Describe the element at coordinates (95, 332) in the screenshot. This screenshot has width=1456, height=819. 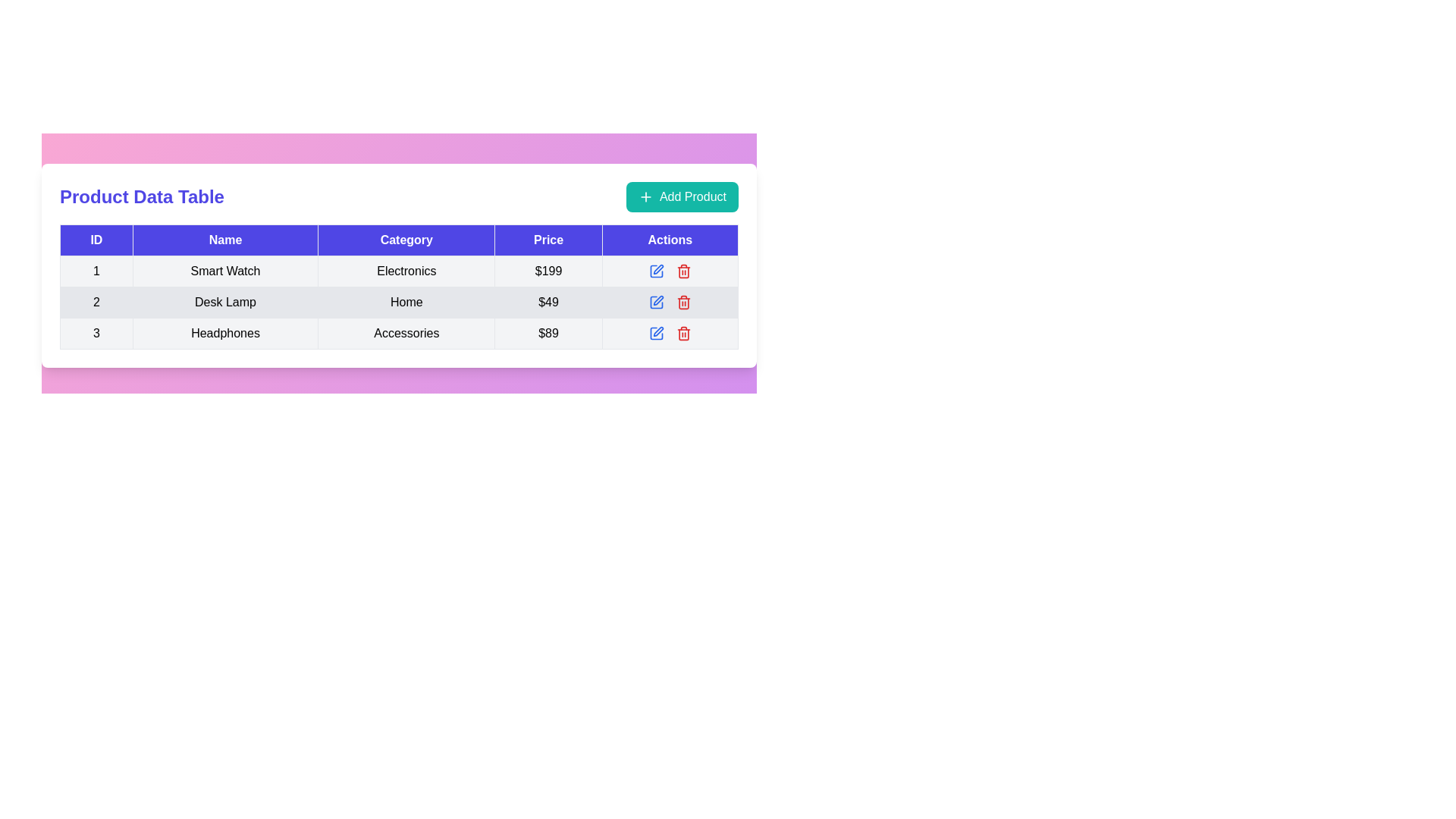
I see `the table cell that serves as the row identifier for the entry 'Headphones', which is the first cell in the 'ID' column of the table` at that location.